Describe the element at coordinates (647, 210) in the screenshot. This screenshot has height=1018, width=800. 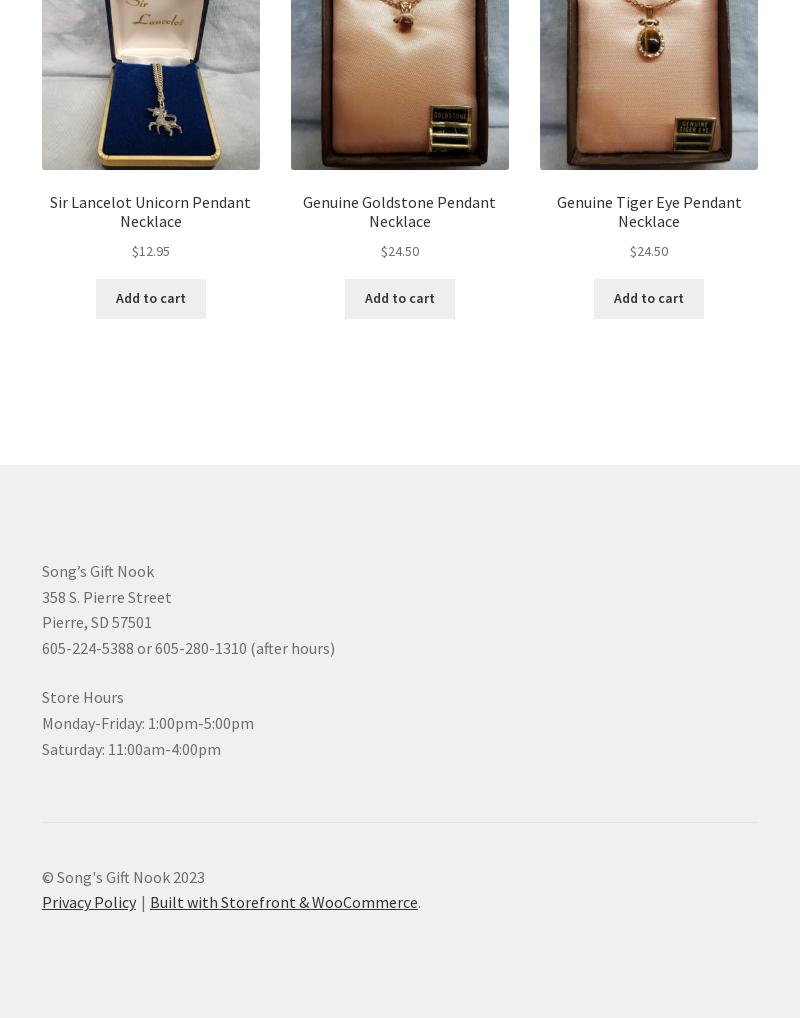
I see `'Genuine Tiger Eye Pendant Necklace'` at that location.